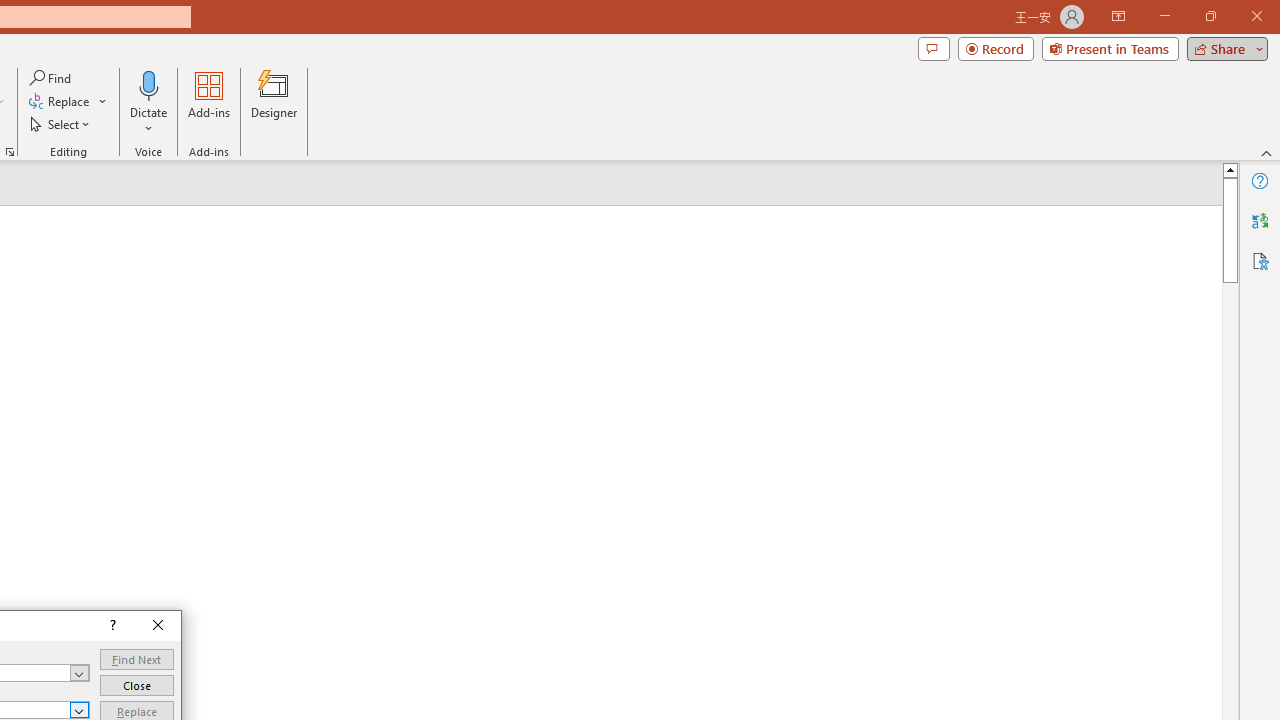  What do you see at coordinates (1229, 168) in the screenshot?
I see `'Line up'` at bounding box center [1229, 168].